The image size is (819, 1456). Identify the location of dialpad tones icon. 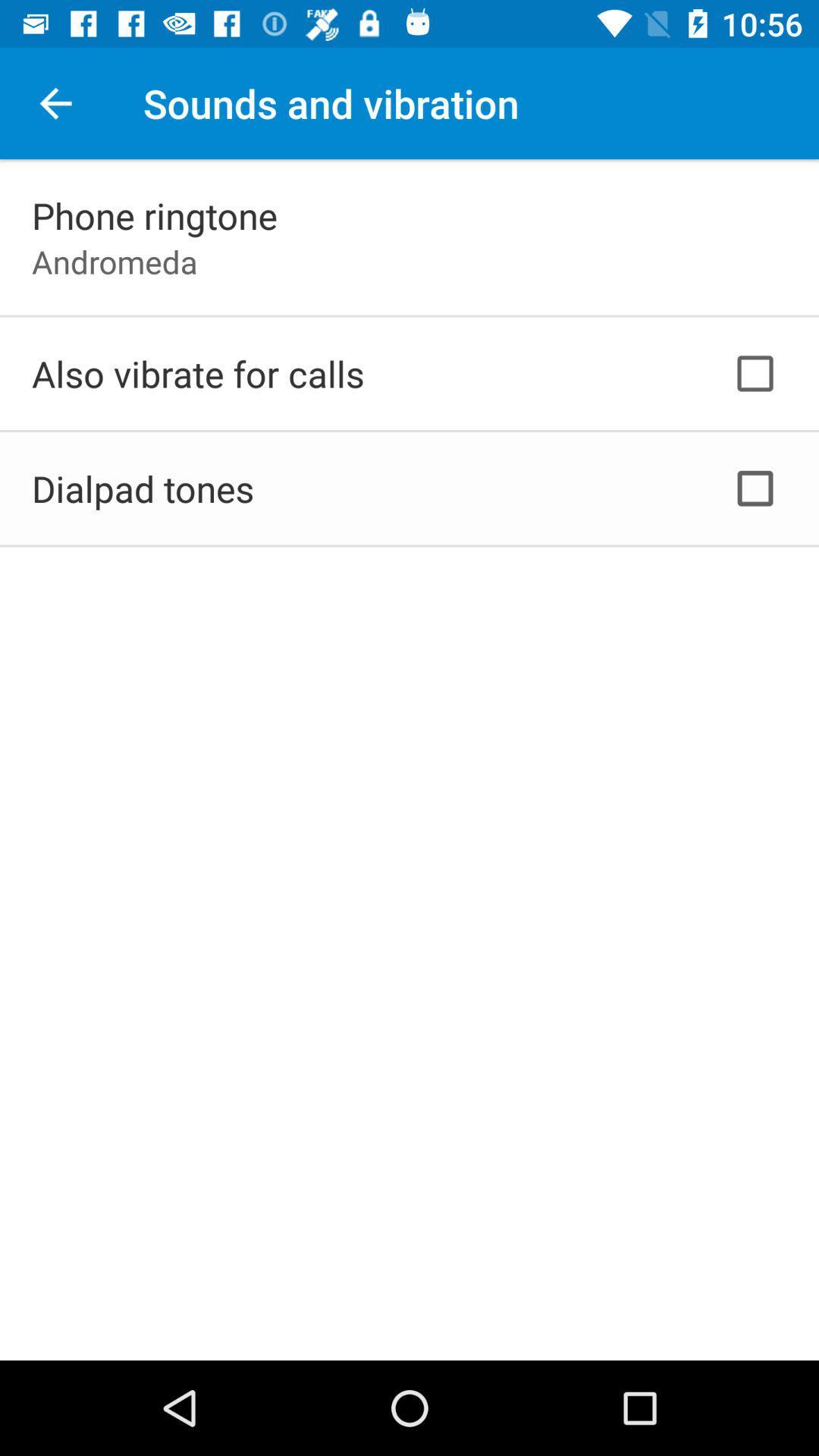
(143, 488).